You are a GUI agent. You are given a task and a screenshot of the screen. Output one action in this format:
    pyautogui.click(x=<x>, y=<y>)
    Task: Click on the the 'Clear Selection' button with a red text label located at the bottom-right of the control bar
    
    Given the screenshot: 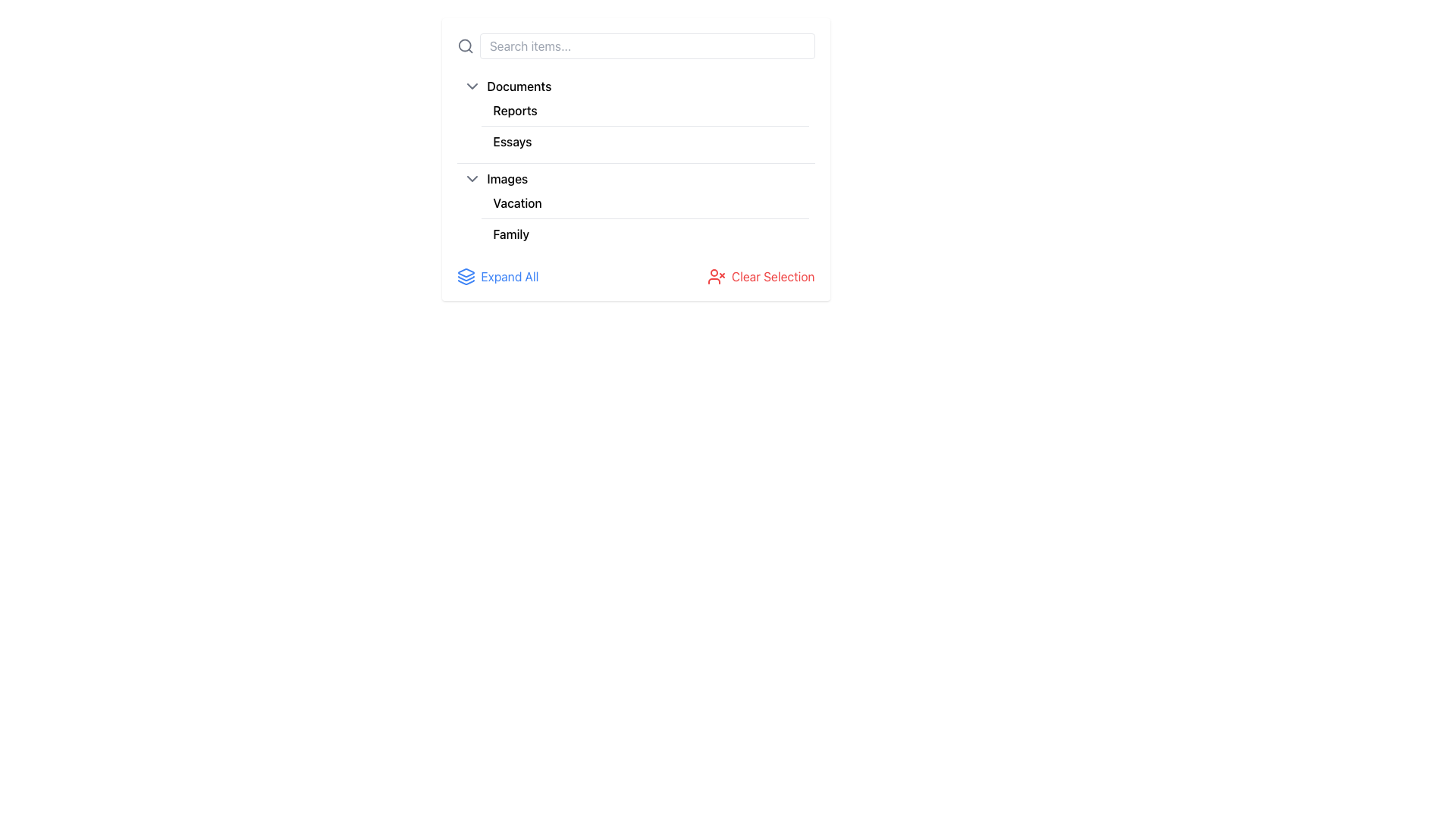 What is the action you would take?
    pyautogui.click(x=761, y=277)
    